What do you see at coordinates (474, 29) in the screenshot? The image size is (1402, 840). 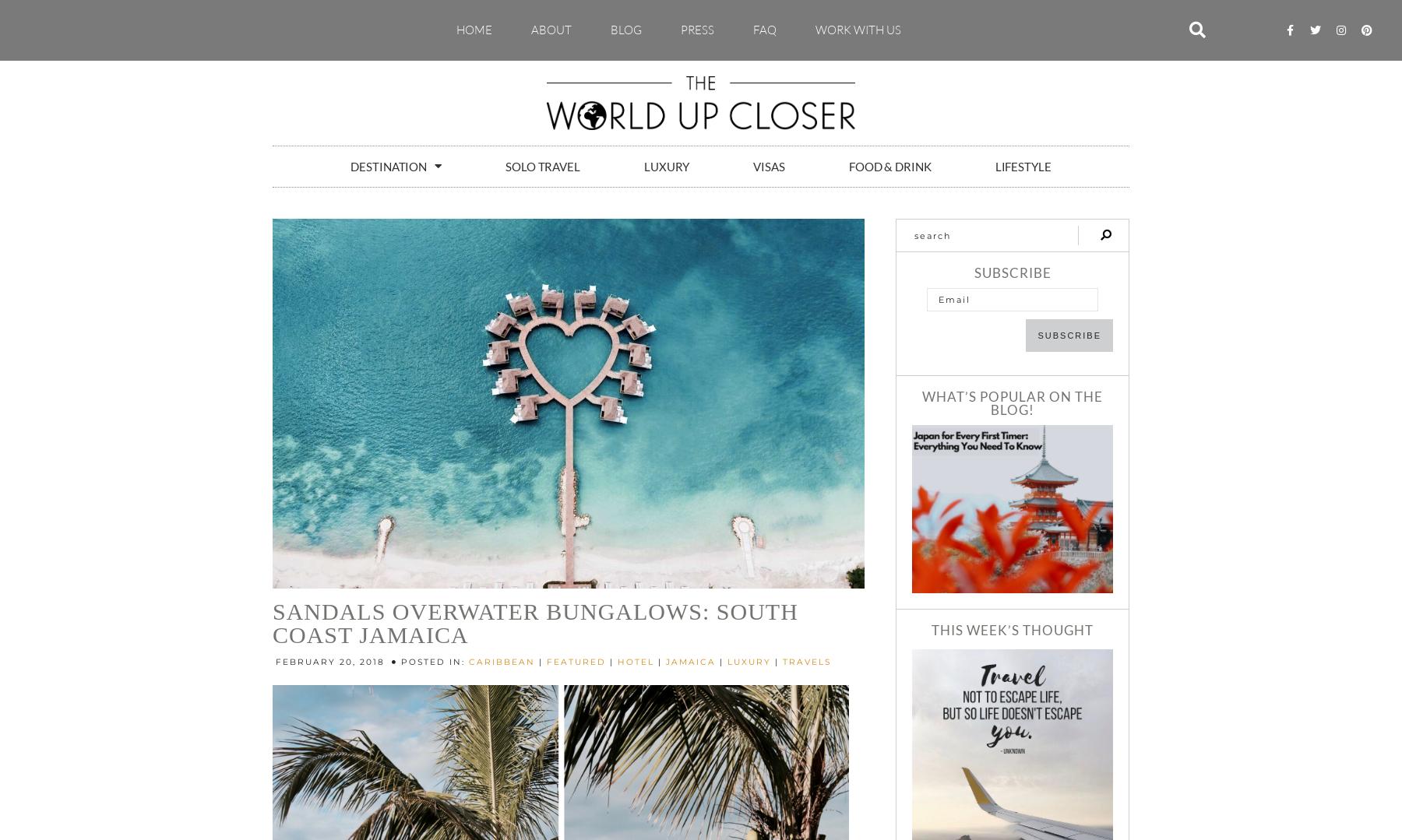 I see `'Home'` at bounding box center [474, 29].